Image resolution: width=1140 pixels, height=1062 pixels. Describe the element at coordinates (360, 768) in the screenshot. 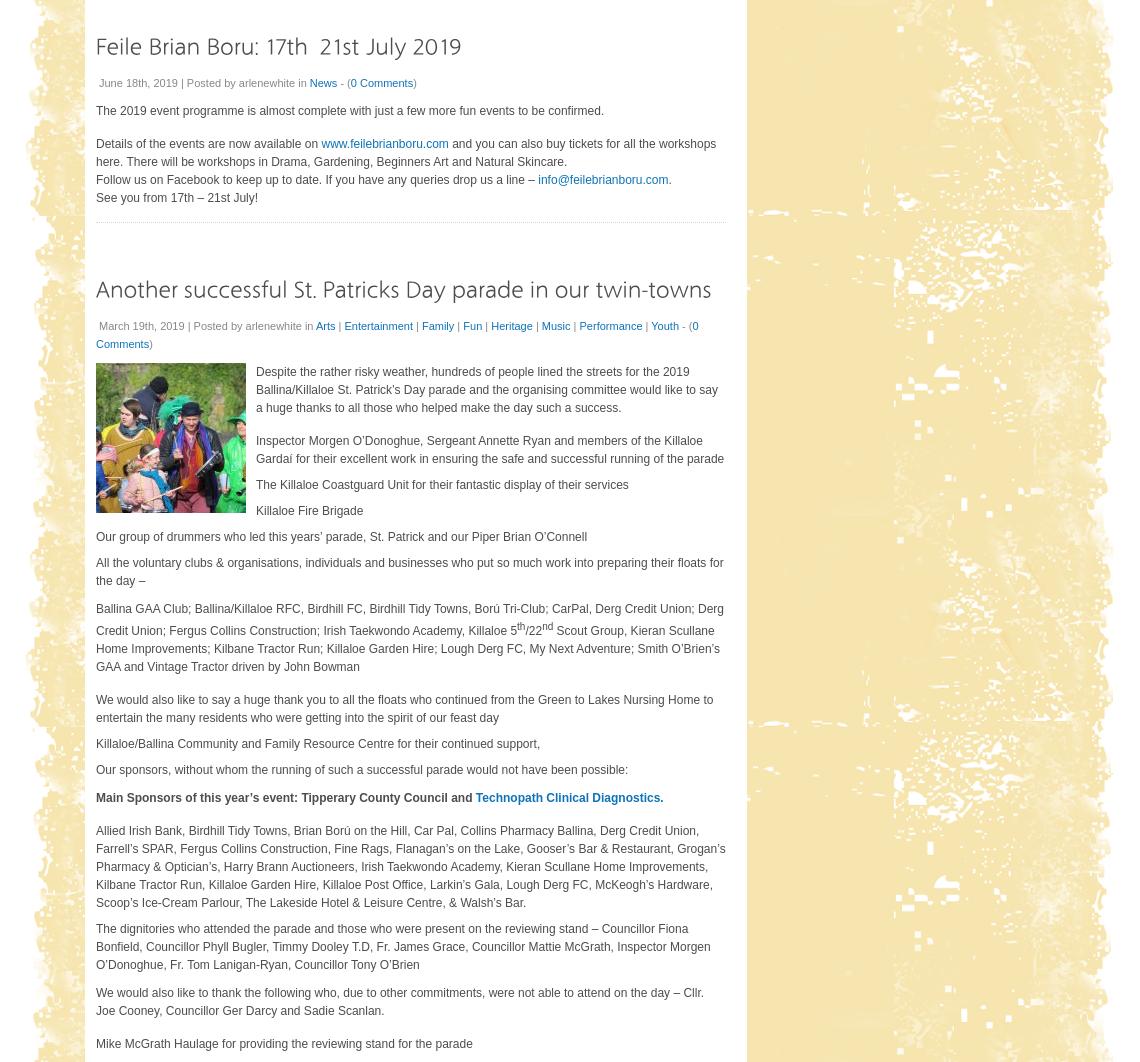

I see `'Our sponsors, without whom the running of such a successful parade would not have been possible:'` at that location.